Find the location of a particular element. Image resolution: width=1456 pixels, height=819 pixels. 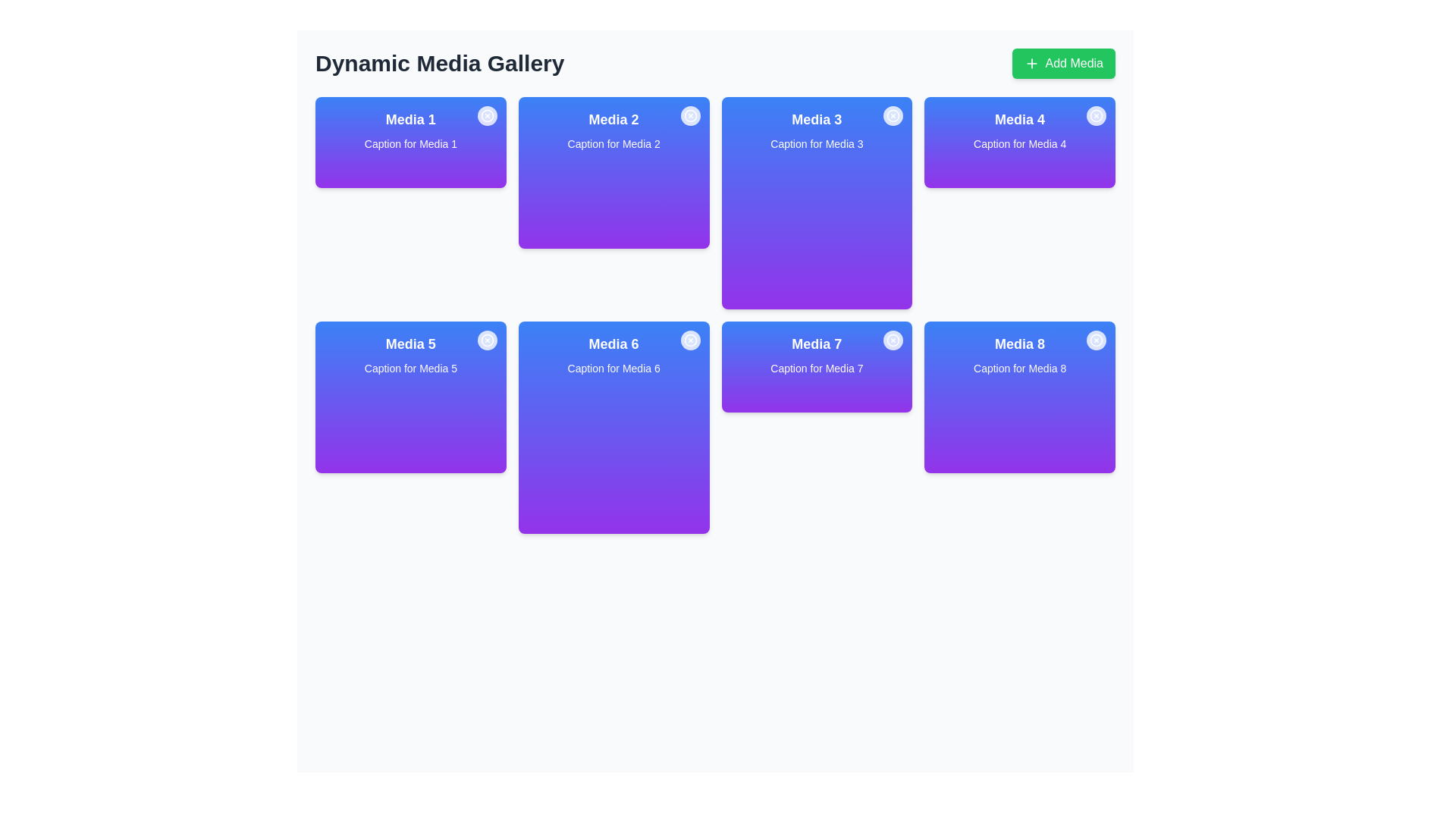

the decorative circle element located at the top-right corner of the 'Media 4' card is located at coordinates (1096, 115).